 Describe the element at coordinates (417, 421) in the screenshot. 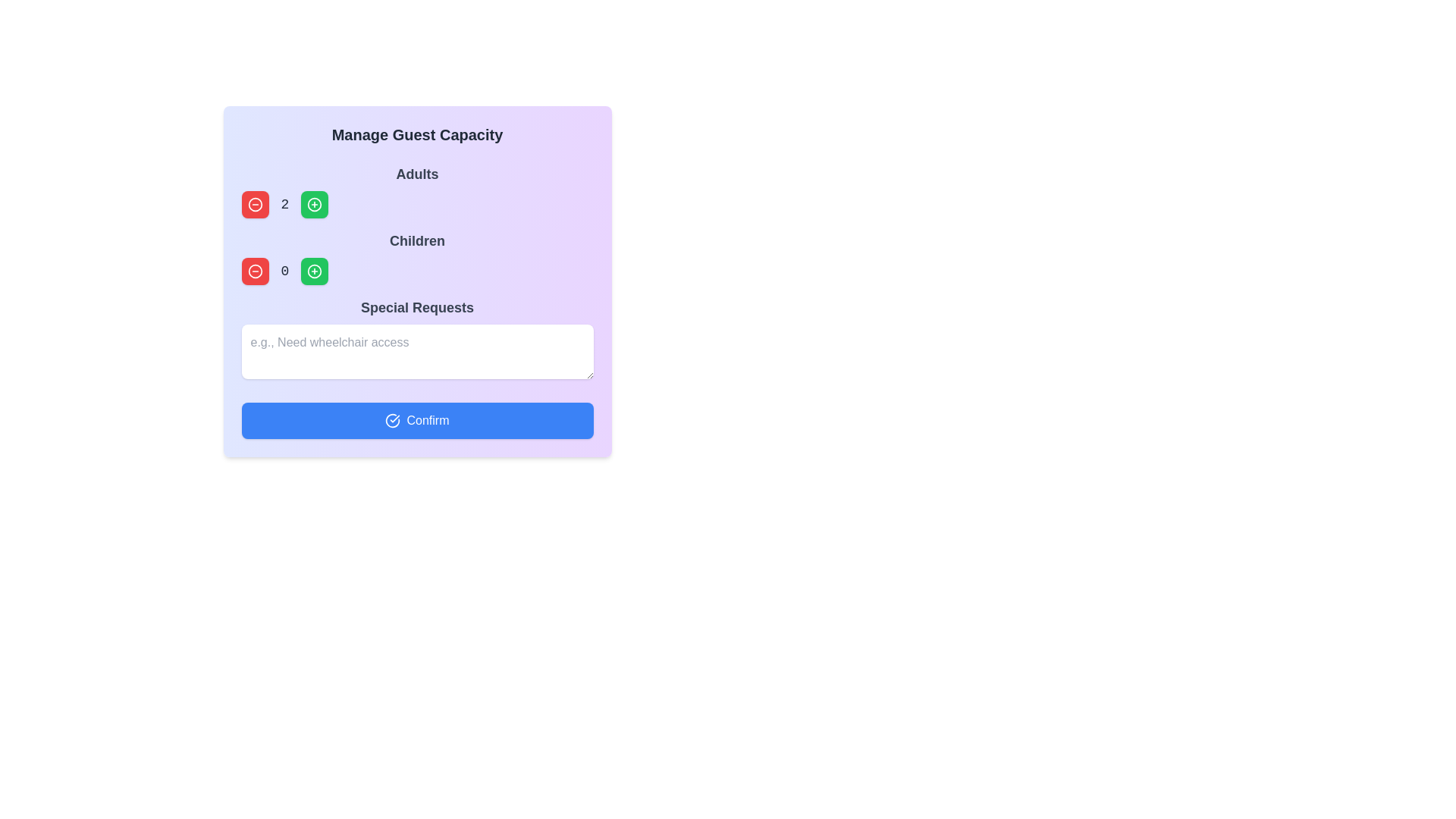

I see `the confirm button located at the bottom of the 'Manage Guest Capacity' panel to confirm the user's input for guest capacity preferences` at that location.